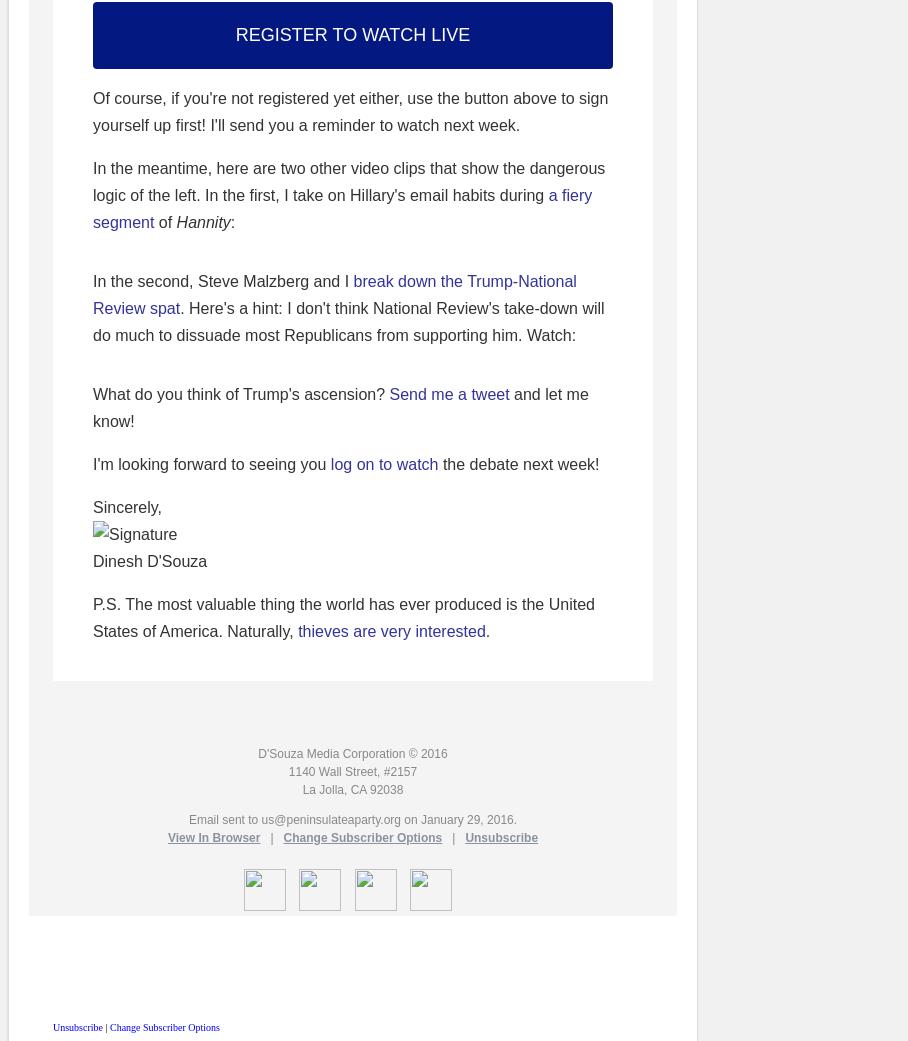  What do you see at coordinates (518, 463) in the screenshot?
I see `'the debate next week!'` at bounding box center [518, 463].